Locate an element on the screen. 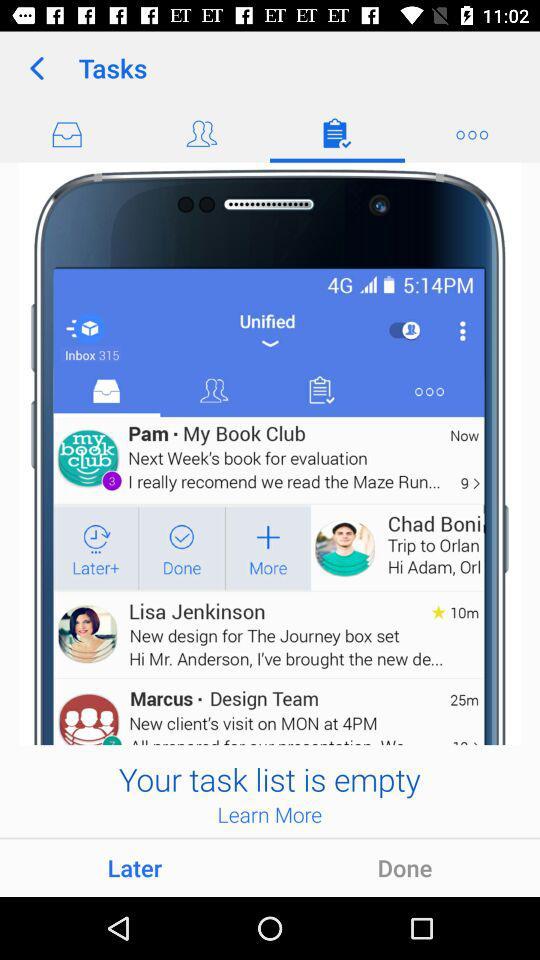  the app to the left of the tasks is located at coordinates (36, 68).